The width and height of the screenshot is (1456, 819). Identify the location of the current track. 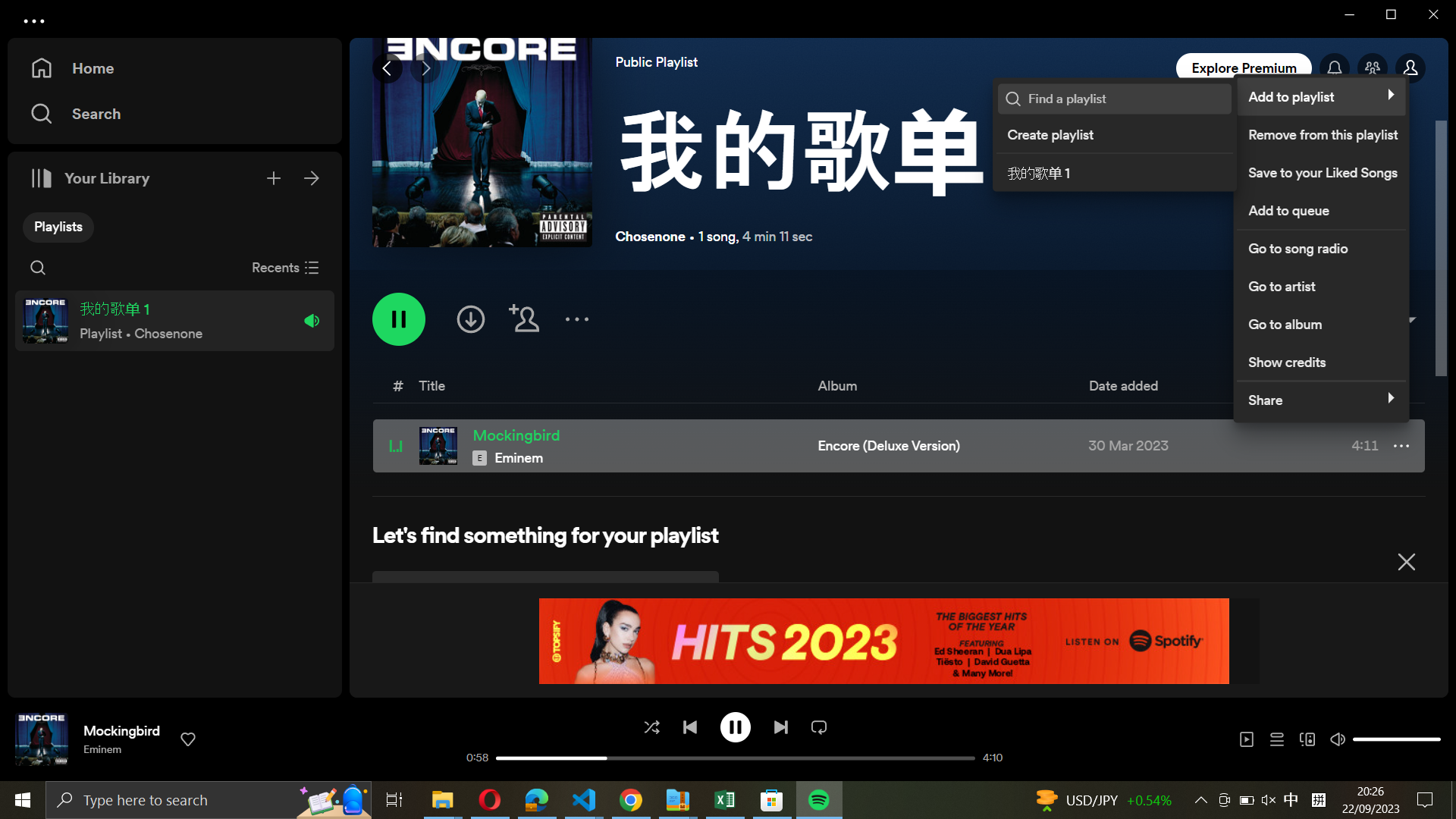
(736, 725).